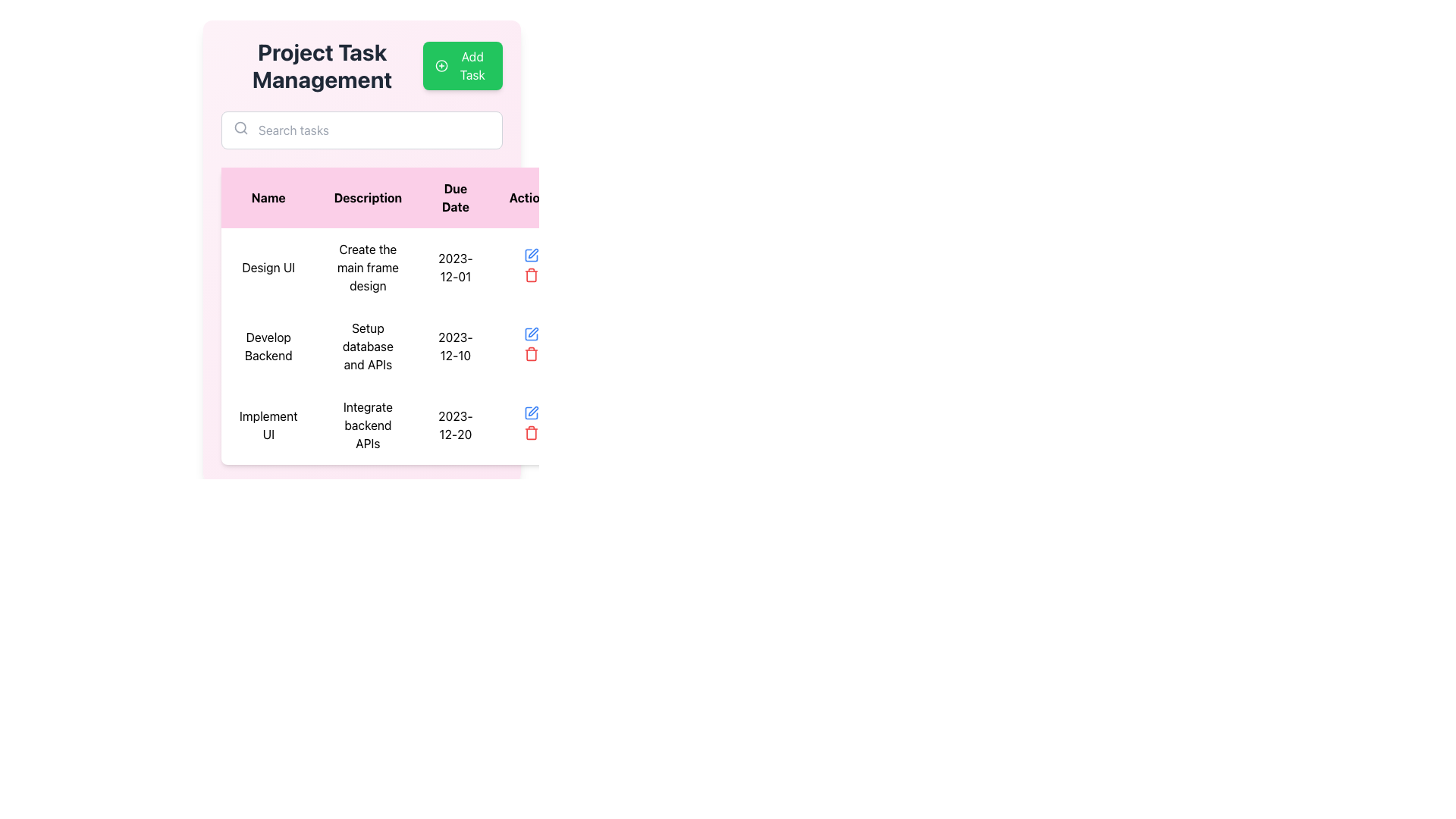  What do you see at coordinates (441, 65) in the screenshot?
I see `the green circular icon with a plus sign located to the left of the 'Add Task' button text` at bounding box center [441, 65].